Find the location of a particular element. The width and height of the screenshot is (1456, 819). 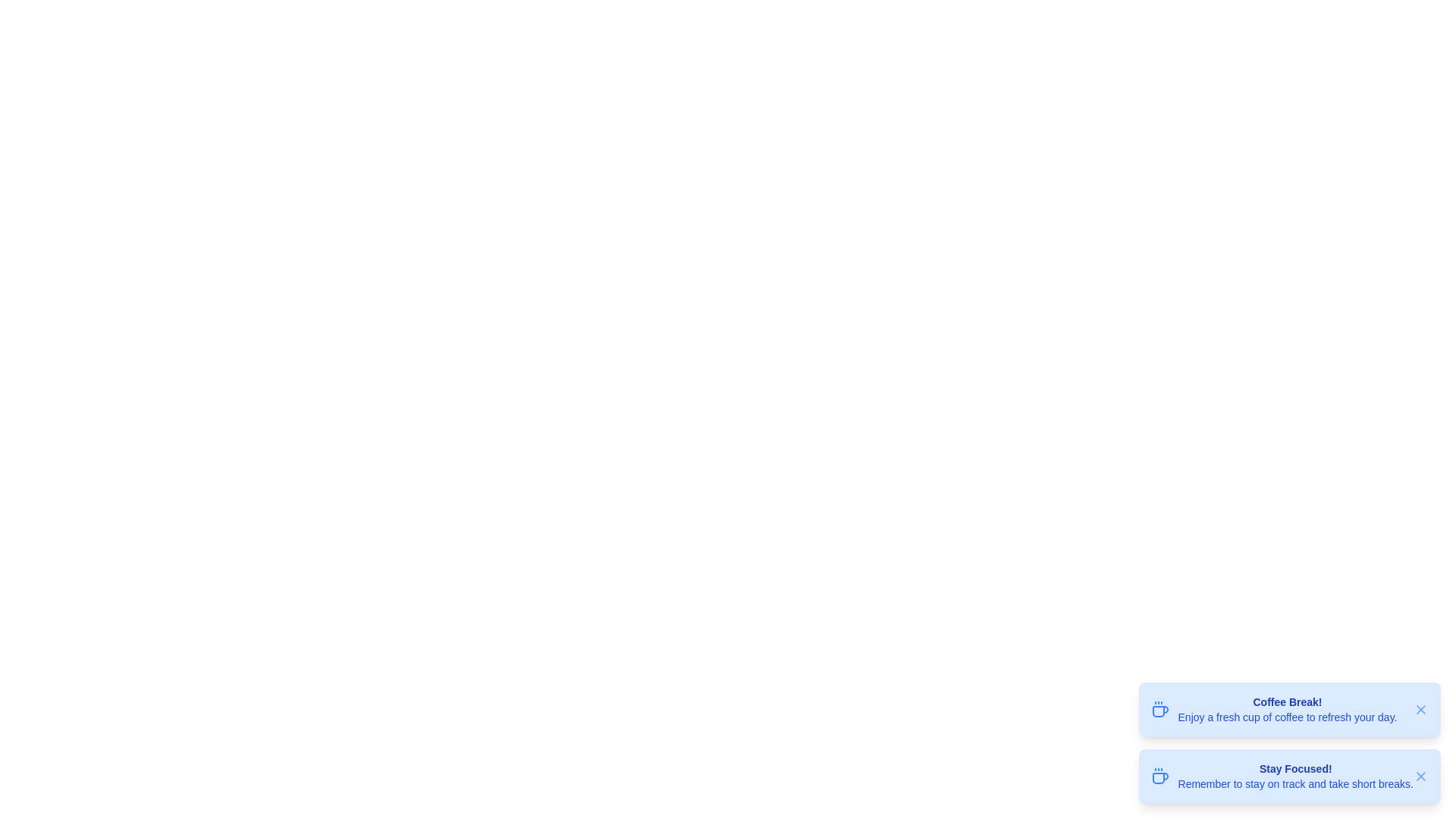

the close button of the message titled 'Stay Focused!' to dismiss it is located at coordinates (1420, 776).